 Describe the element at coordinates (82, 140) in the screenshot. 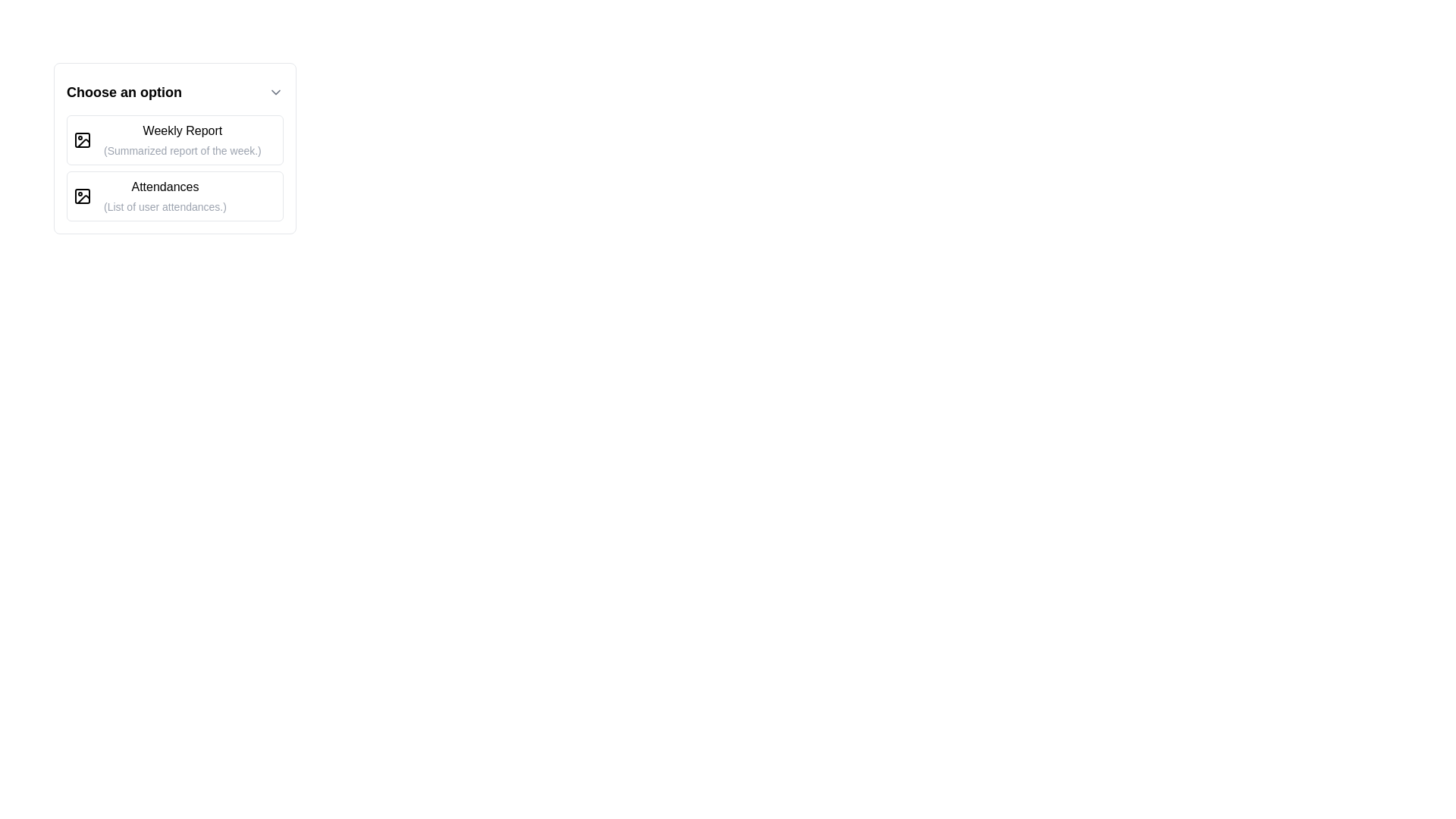

I see `the picture frame icon` at that location.